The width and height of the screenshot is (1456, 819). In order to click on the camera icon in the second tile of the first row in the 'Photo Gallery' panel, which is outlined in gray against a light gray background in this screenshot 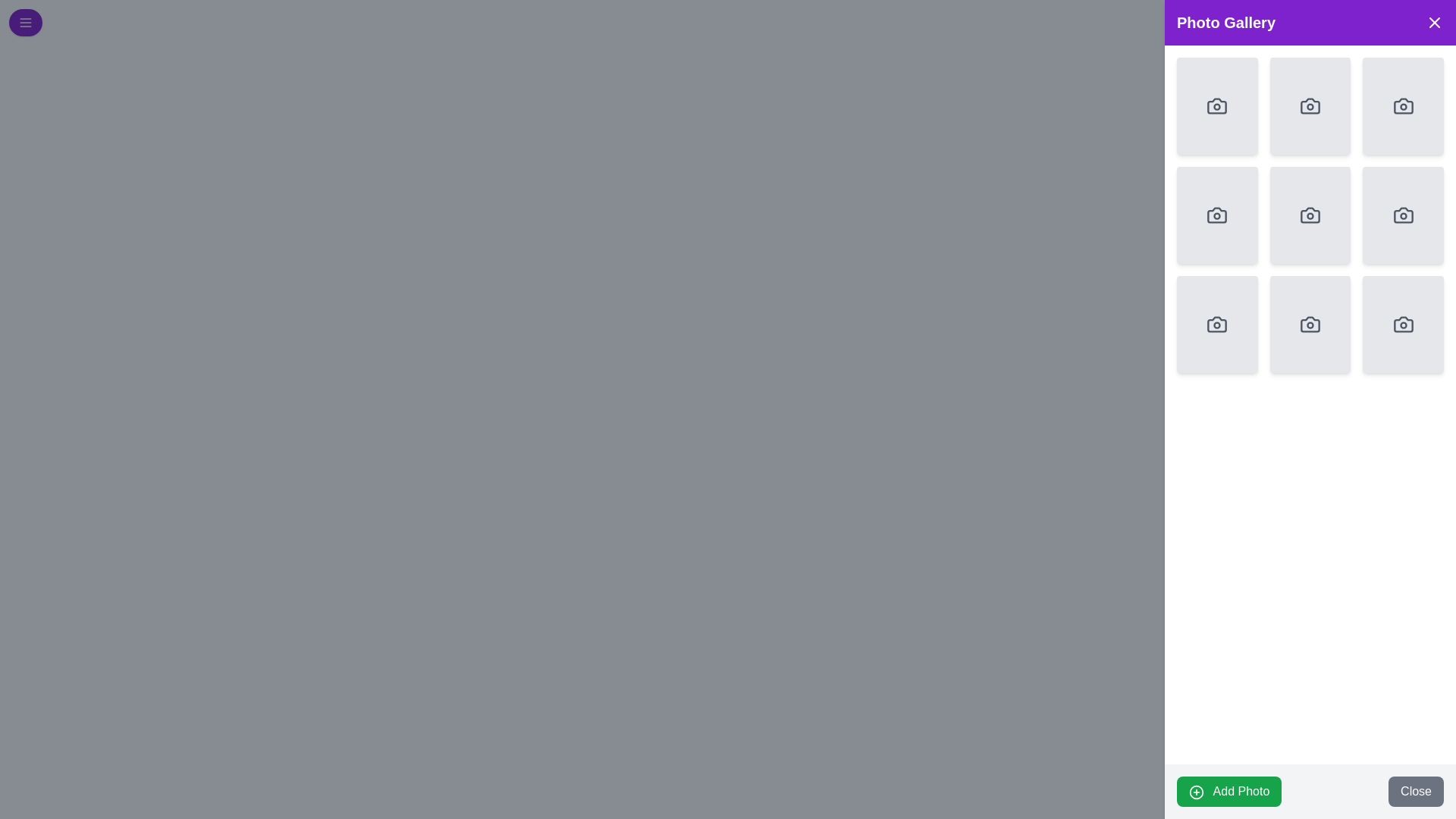, I will do `click(1310, 105)`.